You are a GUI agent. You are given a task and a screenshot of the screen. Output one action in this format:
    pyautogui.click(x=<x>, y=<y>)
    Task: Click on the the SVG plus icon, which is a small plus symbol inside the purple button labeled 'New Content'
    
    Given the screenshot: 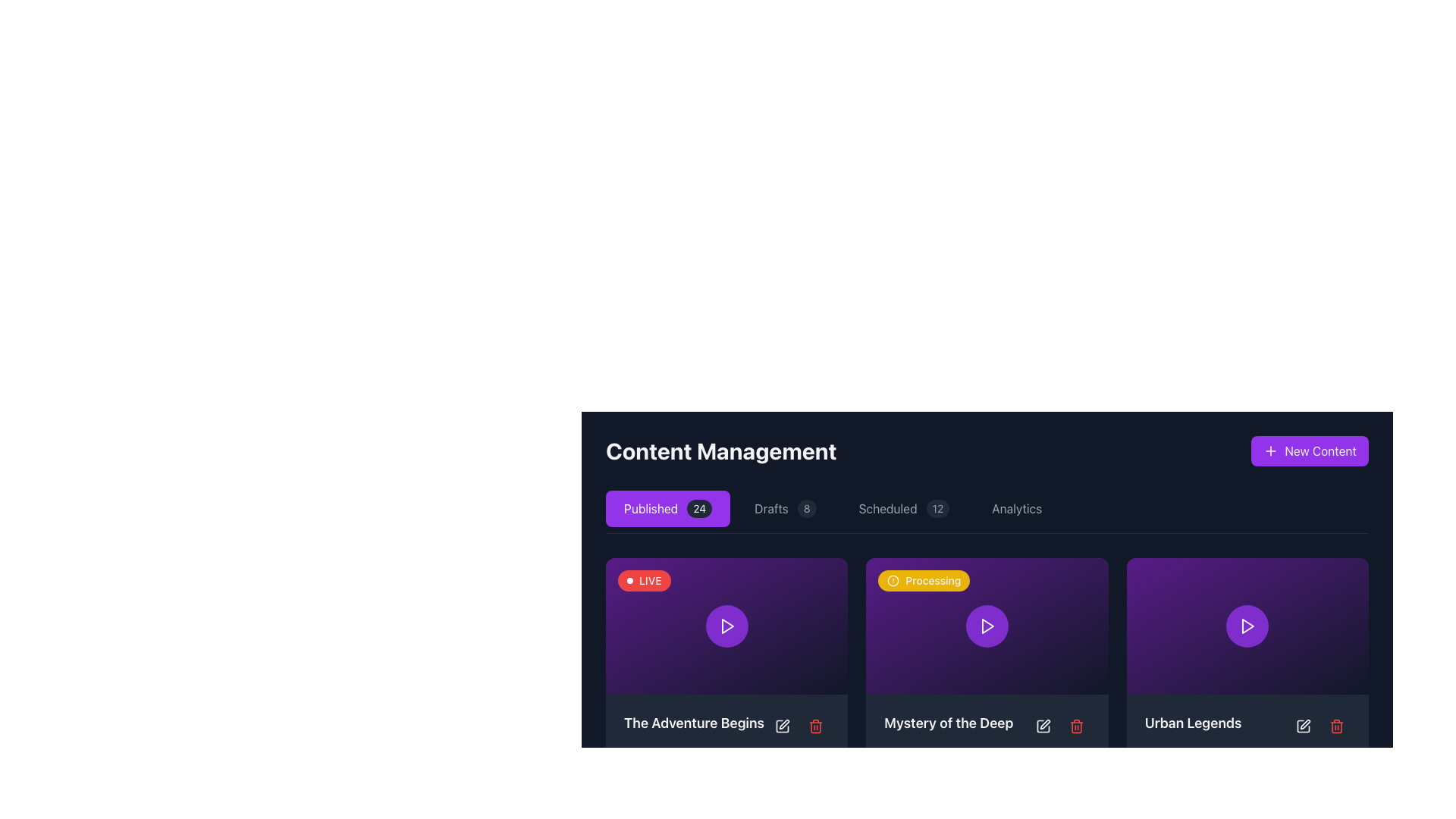 What is the action you would take?
    pyautogui.click(x=1271, y=450)
    